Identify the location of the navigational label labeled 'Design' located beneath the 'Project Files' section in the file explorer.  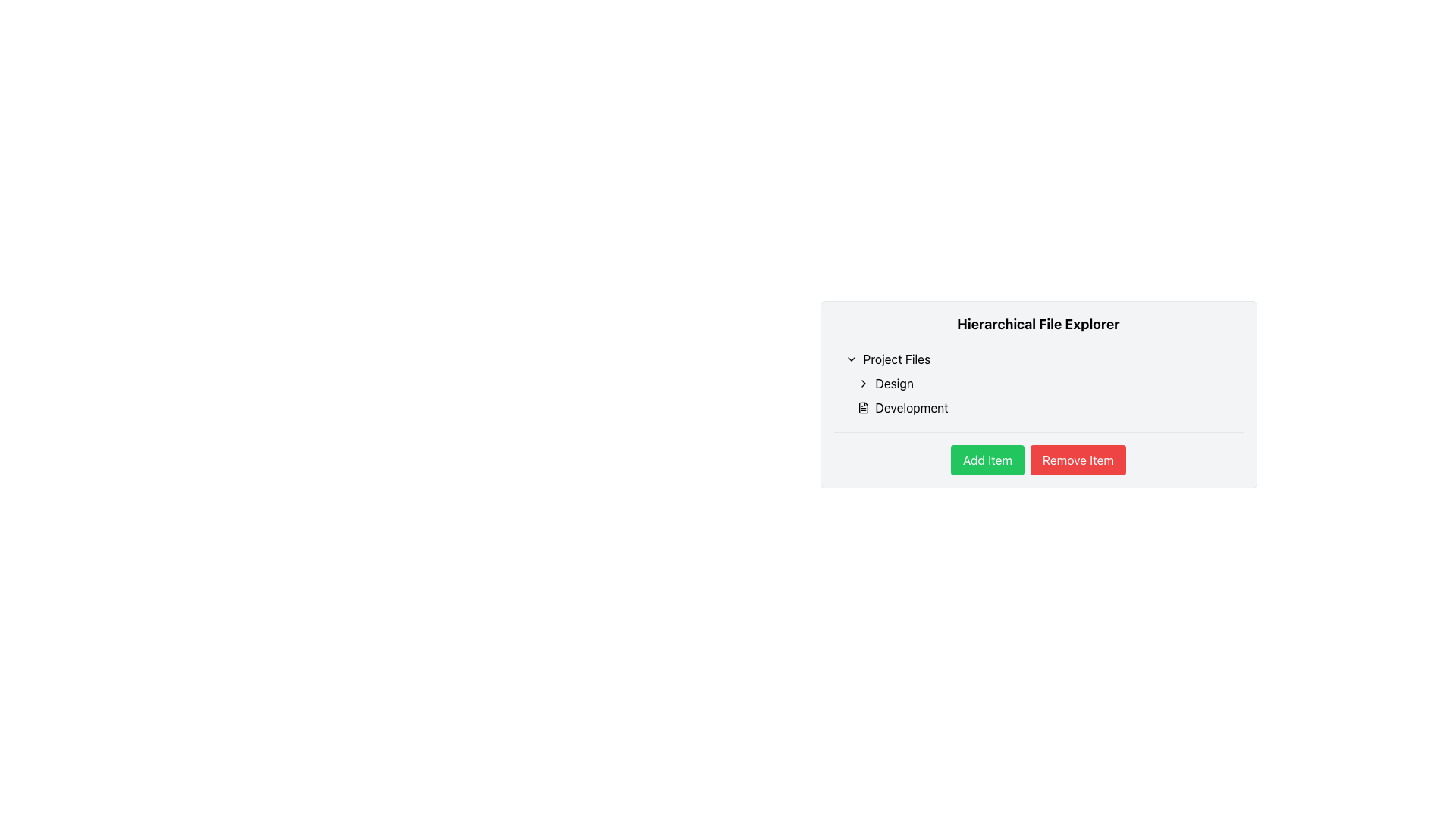
(894, 382).